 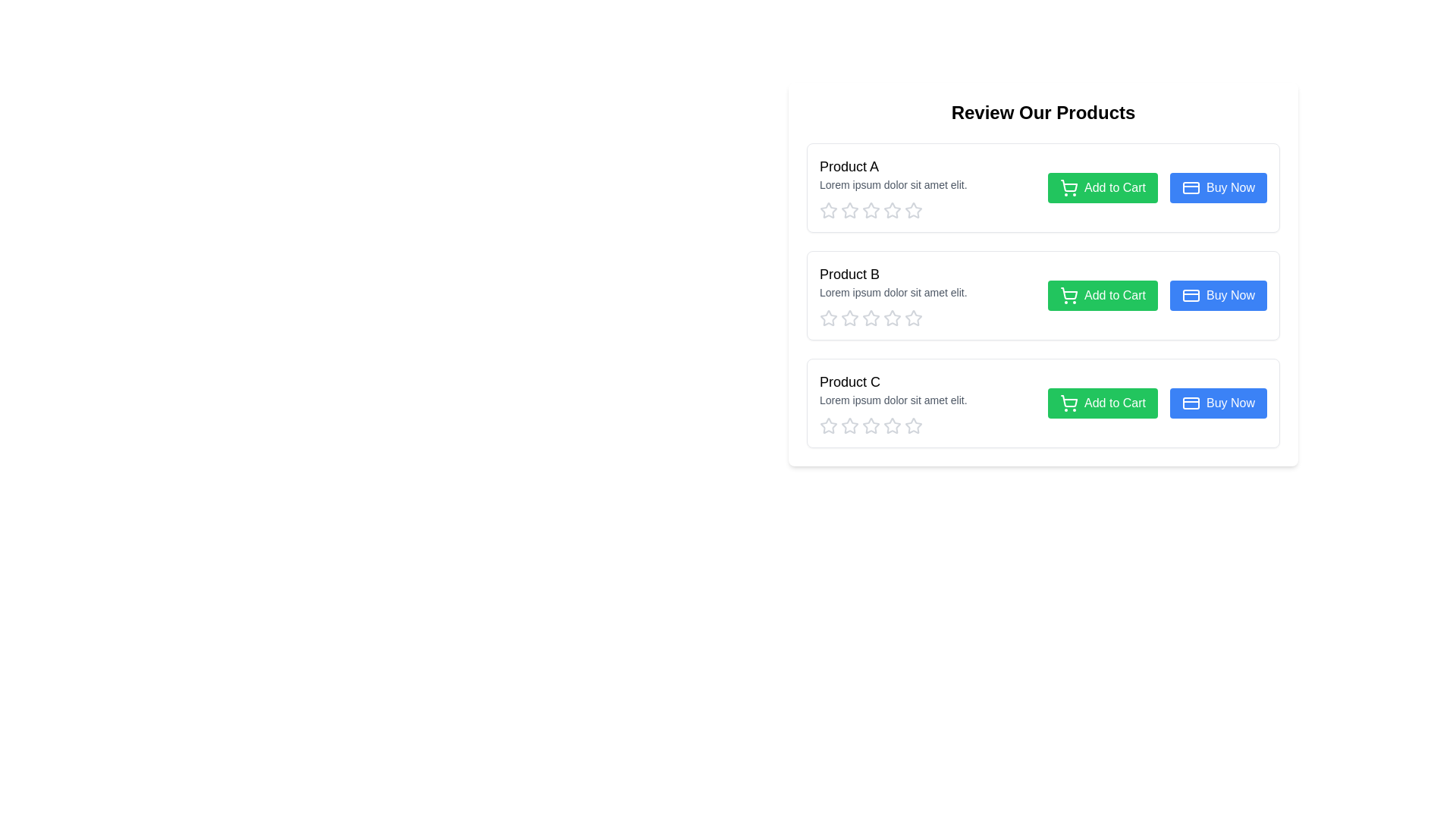 What do you see at coordinates (1219, 403) in the screenshot?
I see `the rightmost button in the third row of product options to proceed to the purchase flow` at bounding box center [1219, 403].